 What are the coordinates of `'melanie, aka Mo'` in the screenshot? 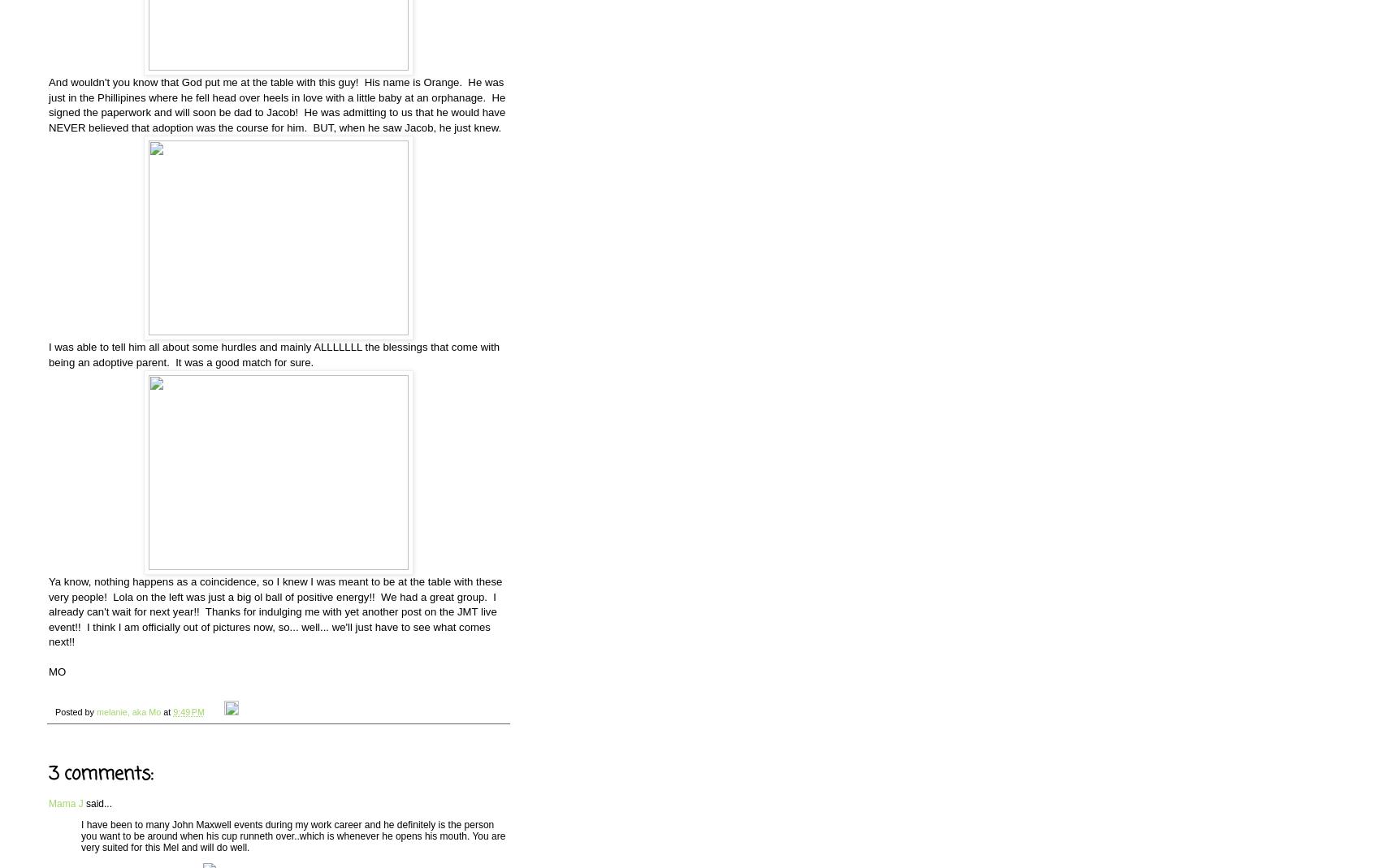 It's located at (128, 710).